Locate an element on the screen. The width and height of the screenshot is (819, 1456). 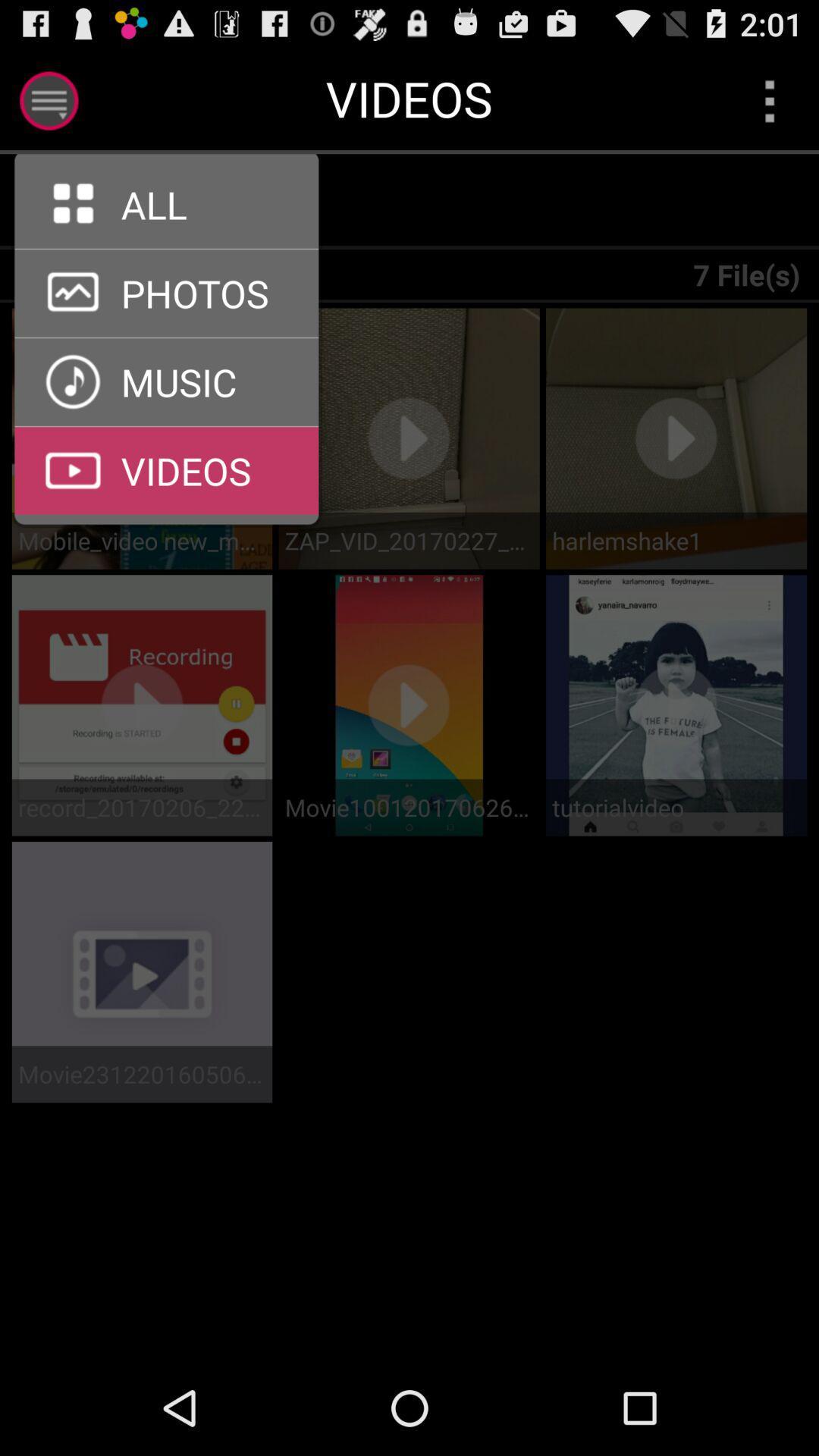
movie23122016050602 icon is located at coordinates (142, 1073).